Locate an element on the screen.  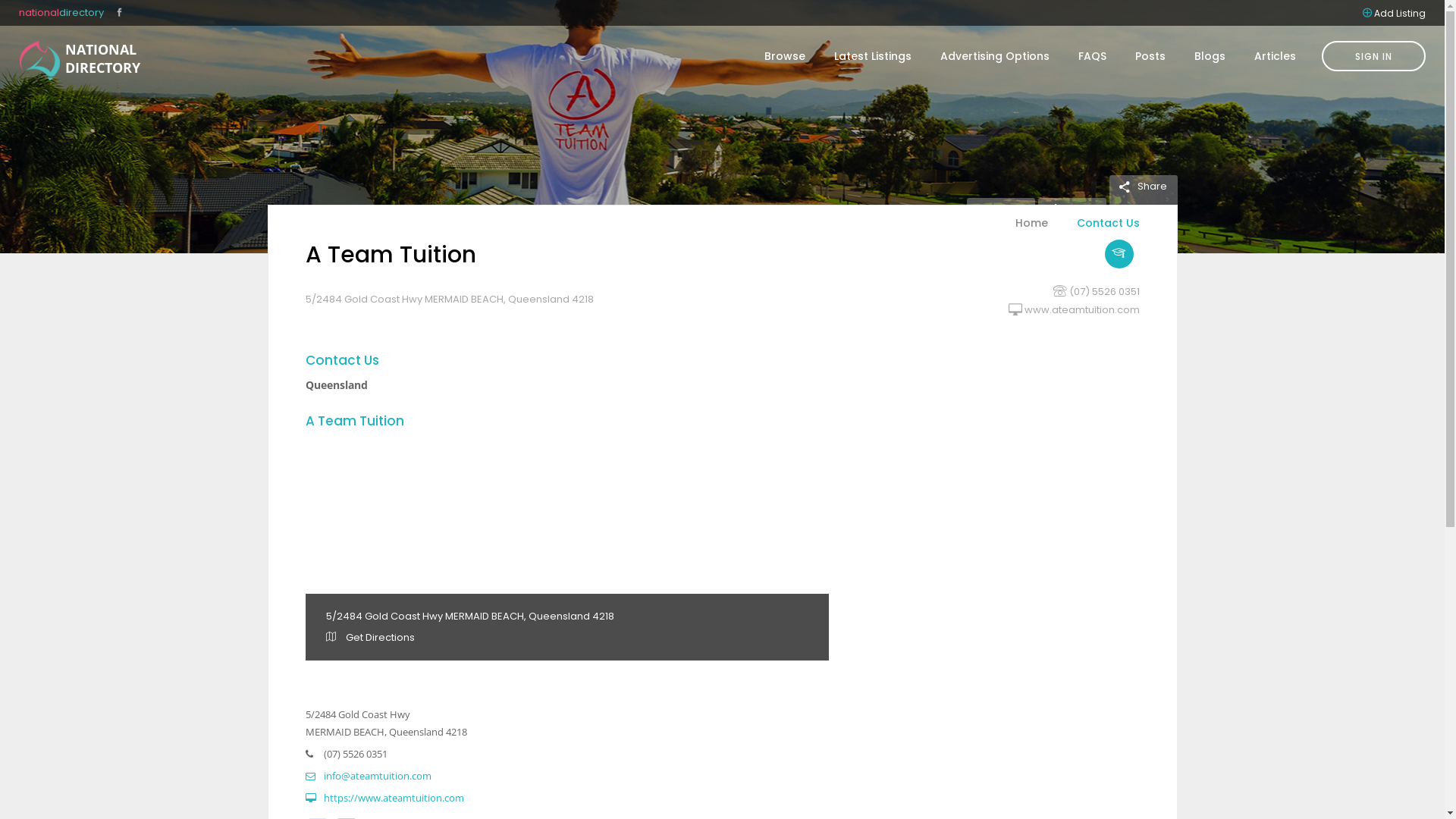
'Home' is located at coordinates (1031, 231).